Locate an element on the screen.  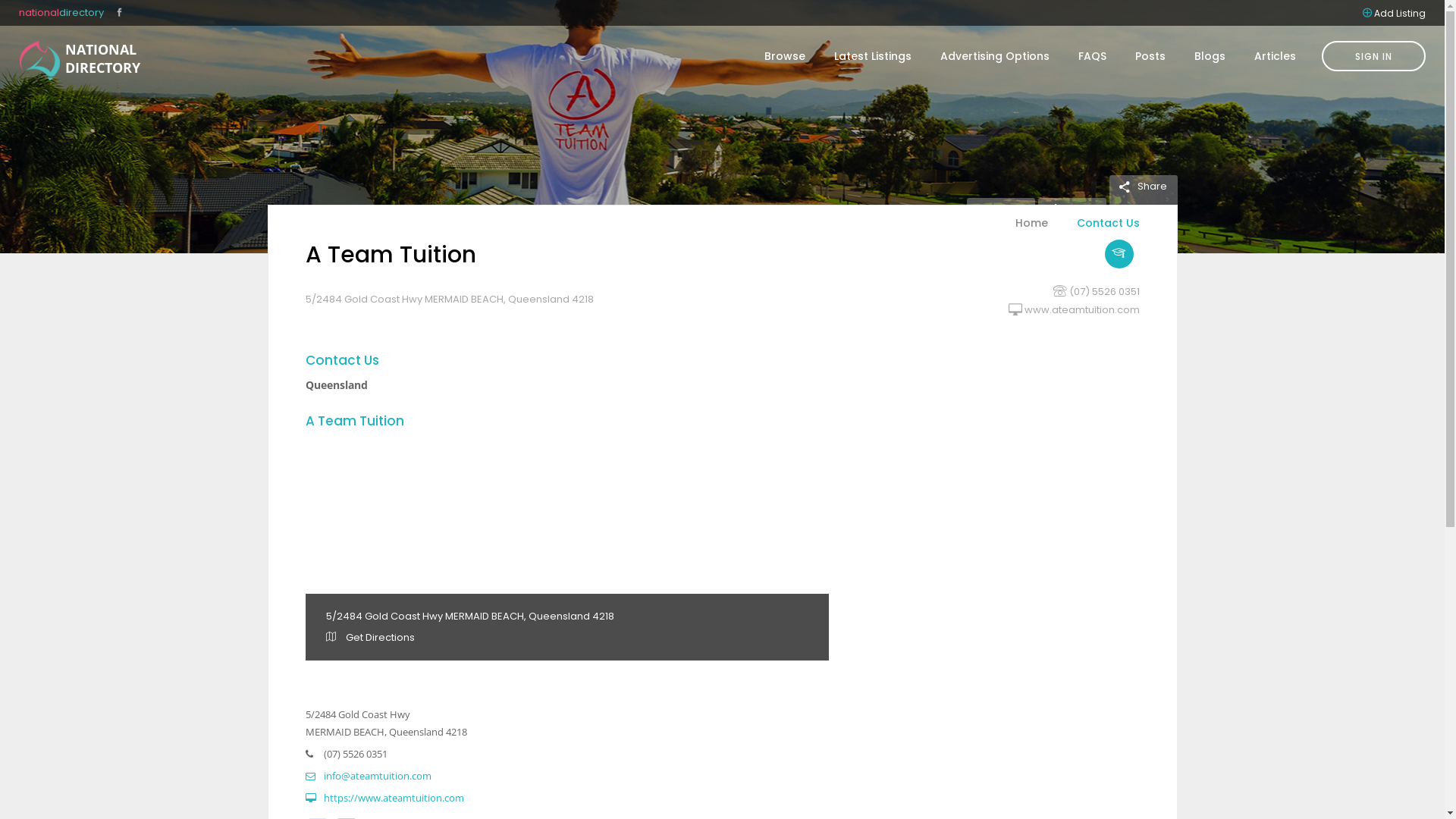
'Home' is located at coordinates (1031, 231).